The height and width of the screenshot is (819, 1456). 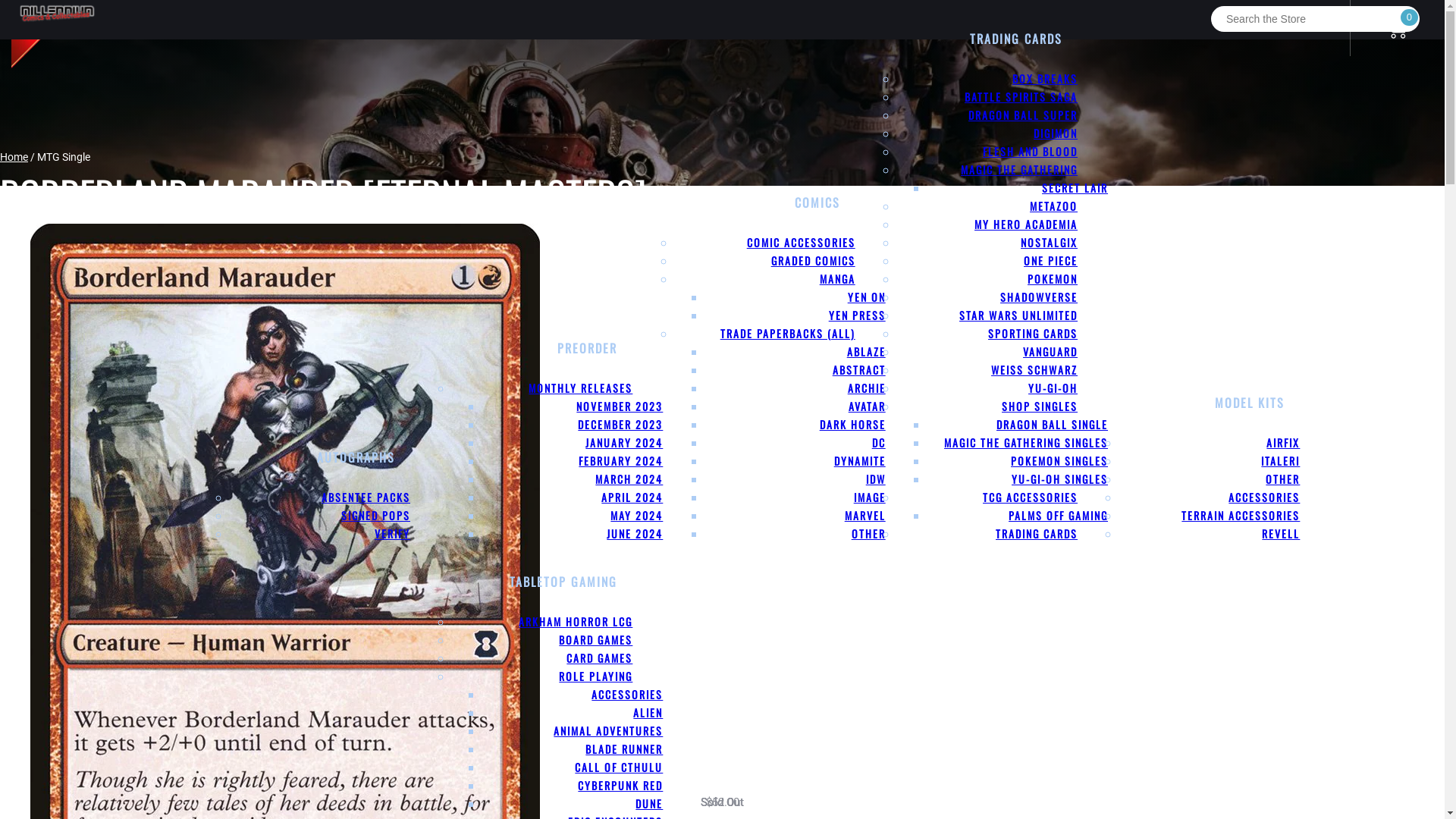 What do you see at coordinates (585, 442) in the screenshot?
I see `'JANUARY 2024'` at bounding box center [585, 442].